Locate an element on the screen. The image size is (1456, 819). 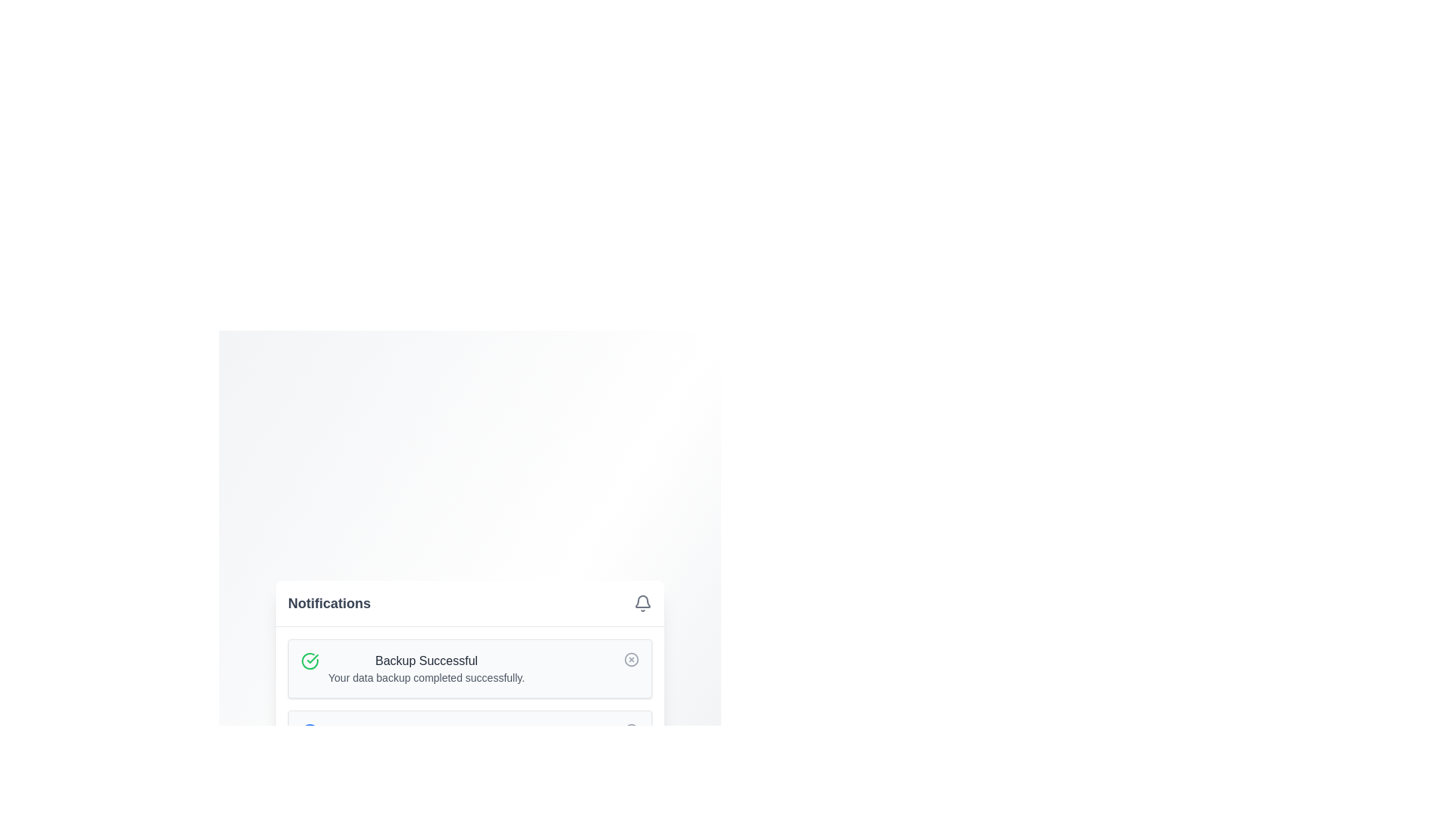
the decorative circular vector graphic element that is part of the close button in the notifications interface, located at the bottom-right corner is located at coordinates (632, 730).